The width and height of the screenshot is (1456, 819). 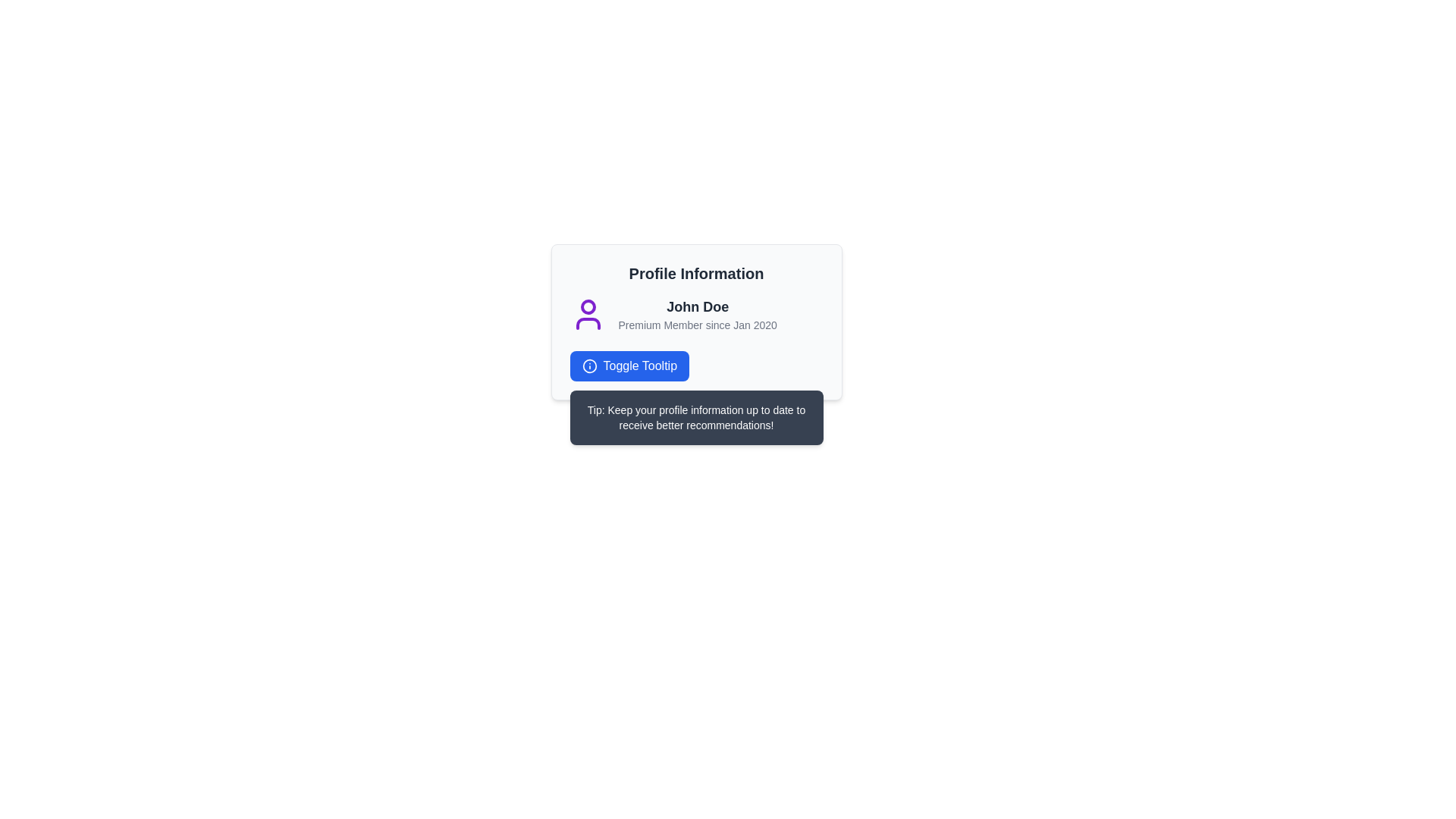 I want to click on the Text Label displaying the user's name in the profile interface, which is centrally aligned below 'Profile Information' and next to the avatar icon, so click(x=697, y=307).